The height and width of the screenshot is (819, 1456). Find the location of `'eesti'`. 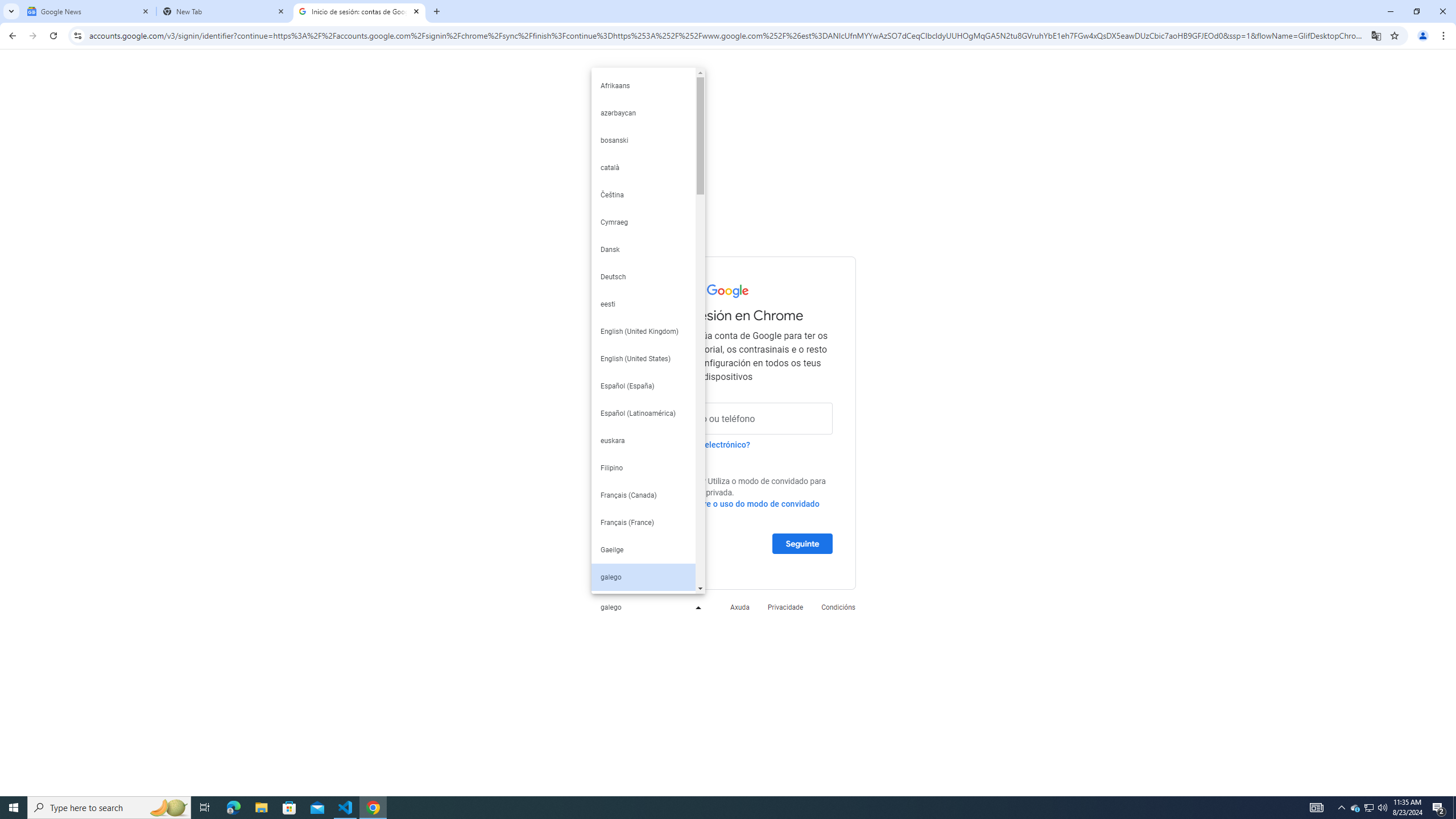

'eesti' is located at coordinates (643, 303).